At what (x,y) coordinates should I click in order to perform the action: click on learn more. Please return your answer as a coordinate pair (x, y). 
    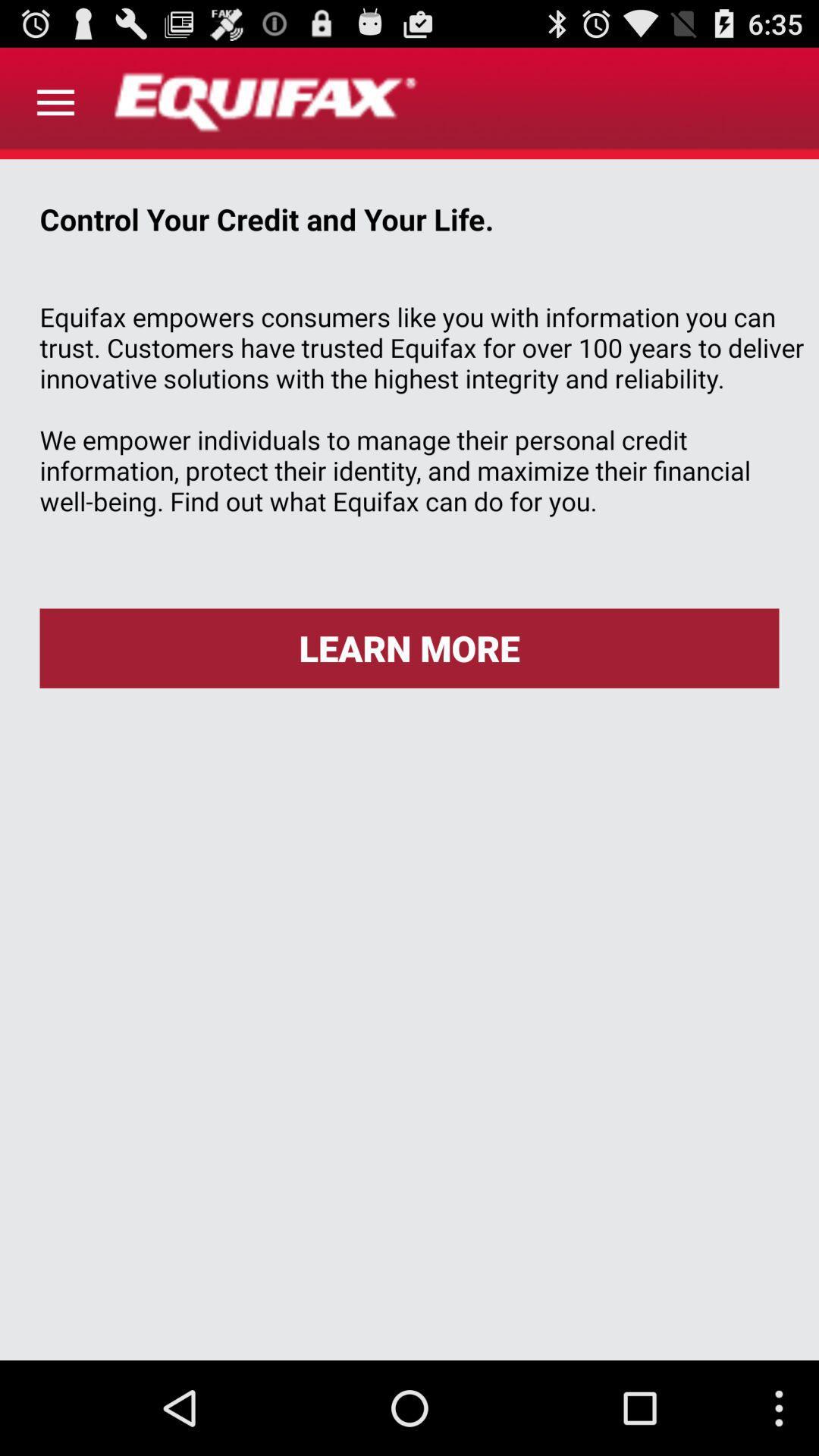
    Looking at the image, I should click on (409, 648).